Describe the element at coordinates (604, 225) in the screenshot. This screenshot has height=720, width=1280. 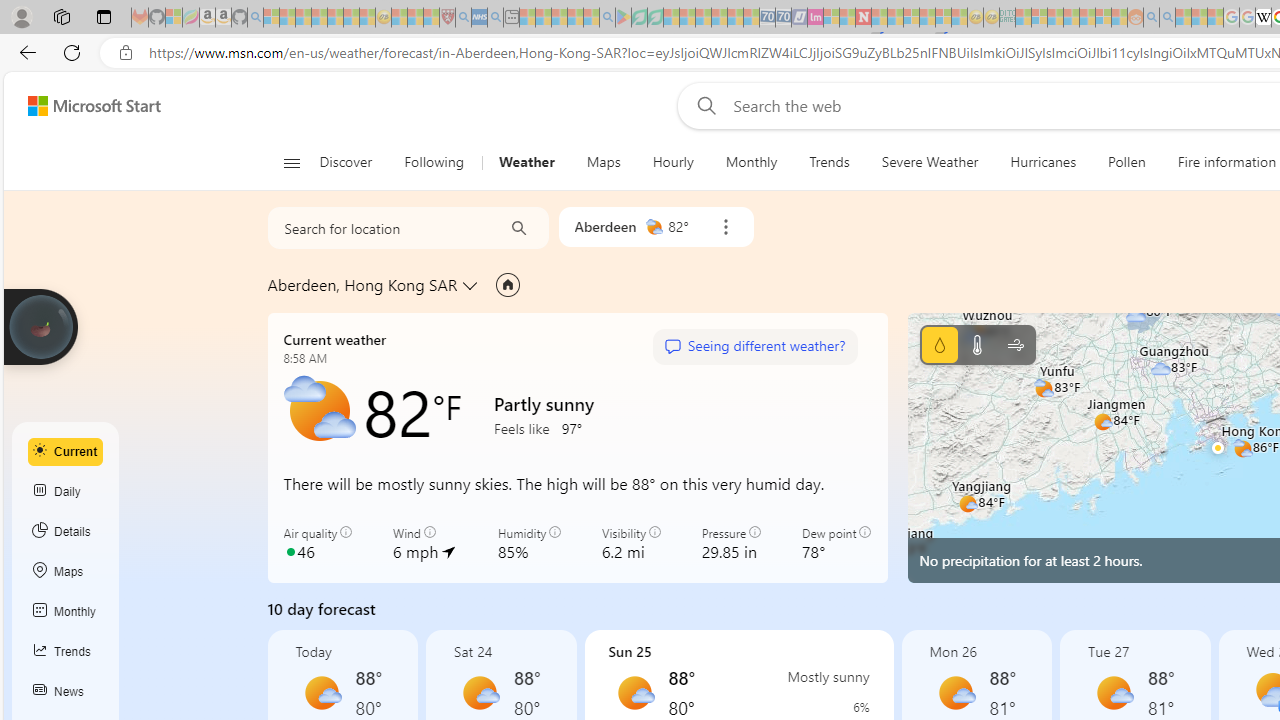
I see `'Aberdeen'` at that location.